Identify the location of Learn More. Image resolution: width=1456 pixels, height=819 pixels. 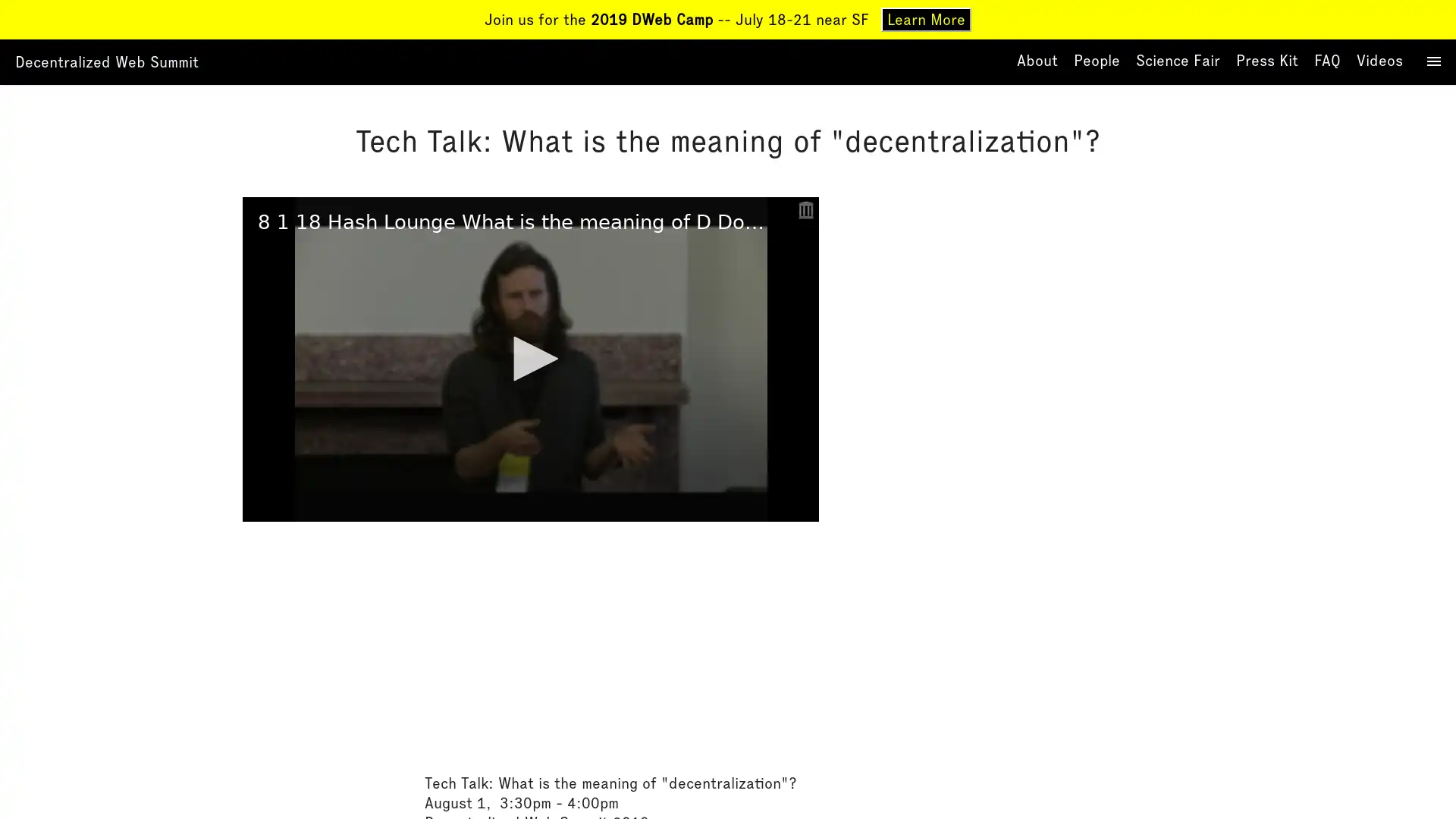
(925, 20).